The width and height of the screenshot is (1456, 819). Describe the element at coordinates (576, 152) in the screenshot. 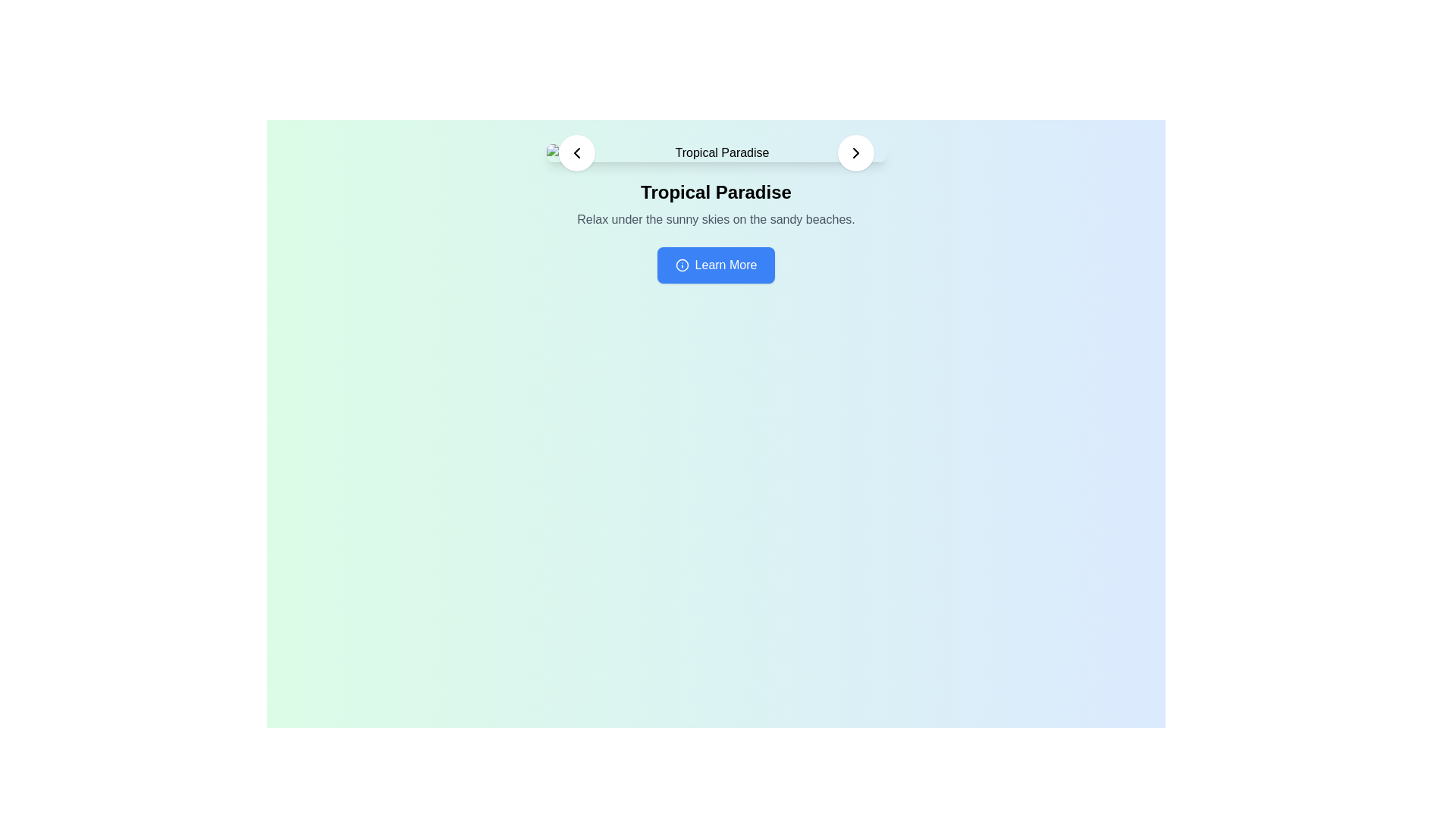

I see `the chevron-left arrow icon located at the top-left of the interface, next to the text 'Tropical Paradise'` at that location.